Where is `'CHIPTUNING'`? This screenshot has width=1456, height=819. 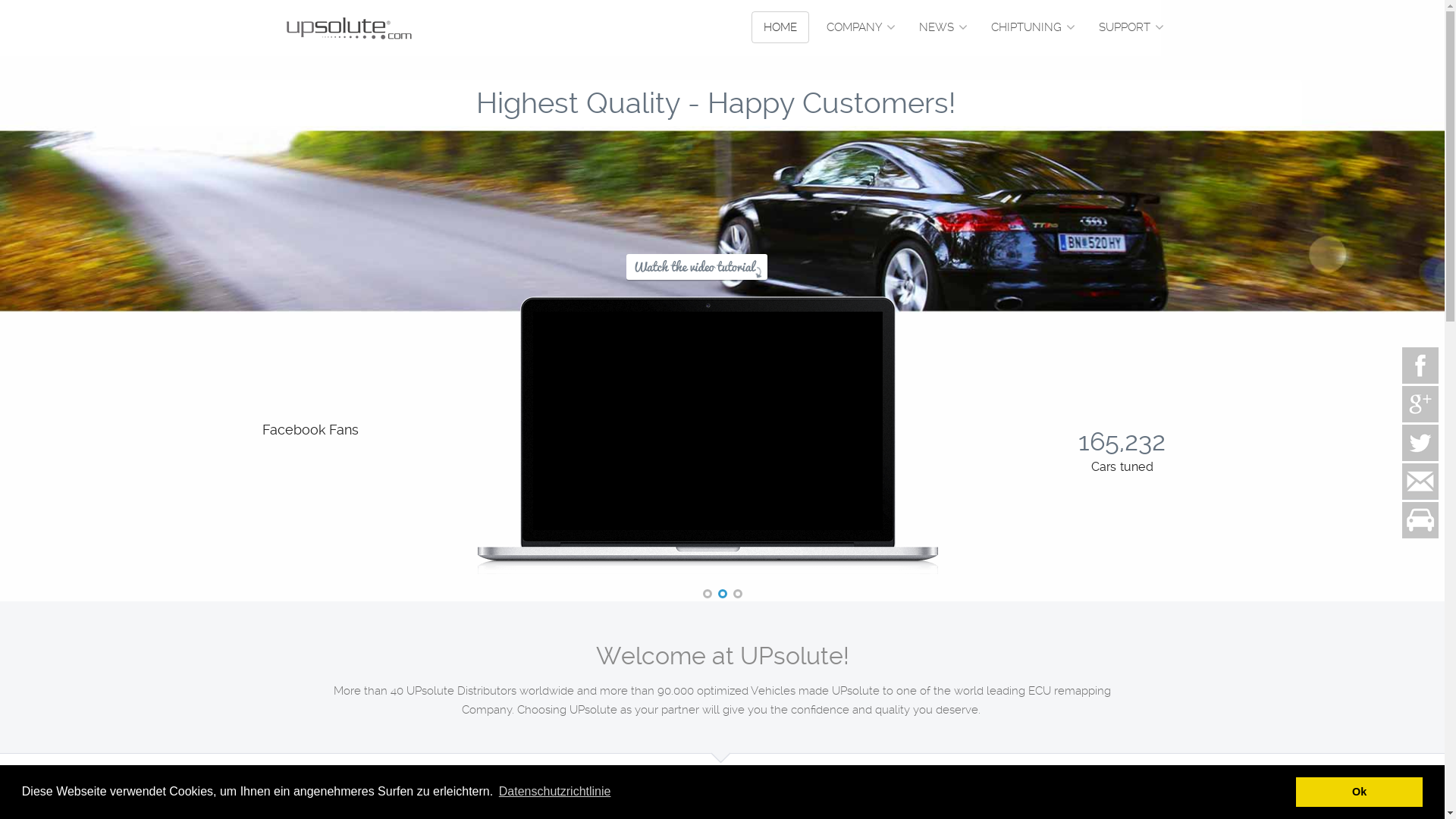 'CHIPTUNING' is located at coordinates (1029, 27).